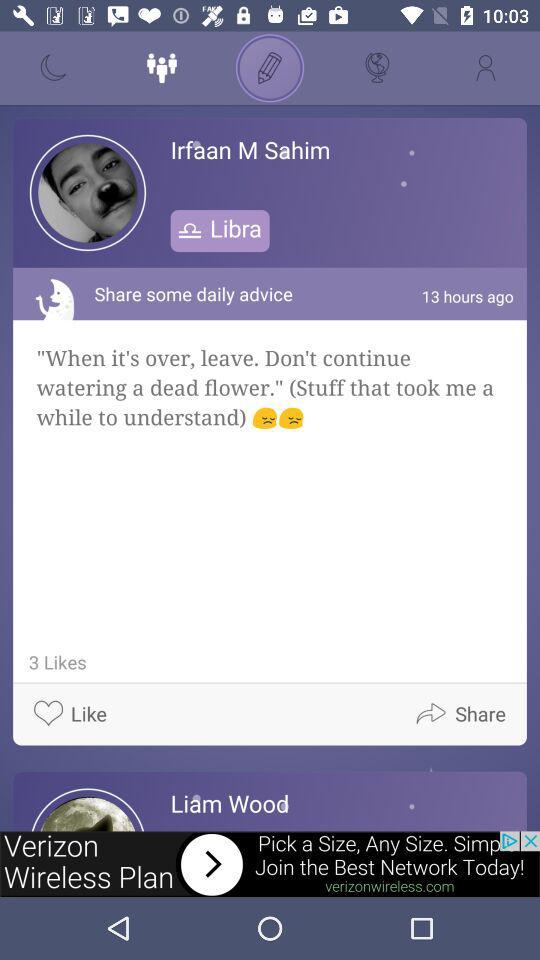 The image size is (540, 960). What do you see at coordinates (270, 68) in the screenshot?
I see `the edit icon` at bounding box center [270, 68].